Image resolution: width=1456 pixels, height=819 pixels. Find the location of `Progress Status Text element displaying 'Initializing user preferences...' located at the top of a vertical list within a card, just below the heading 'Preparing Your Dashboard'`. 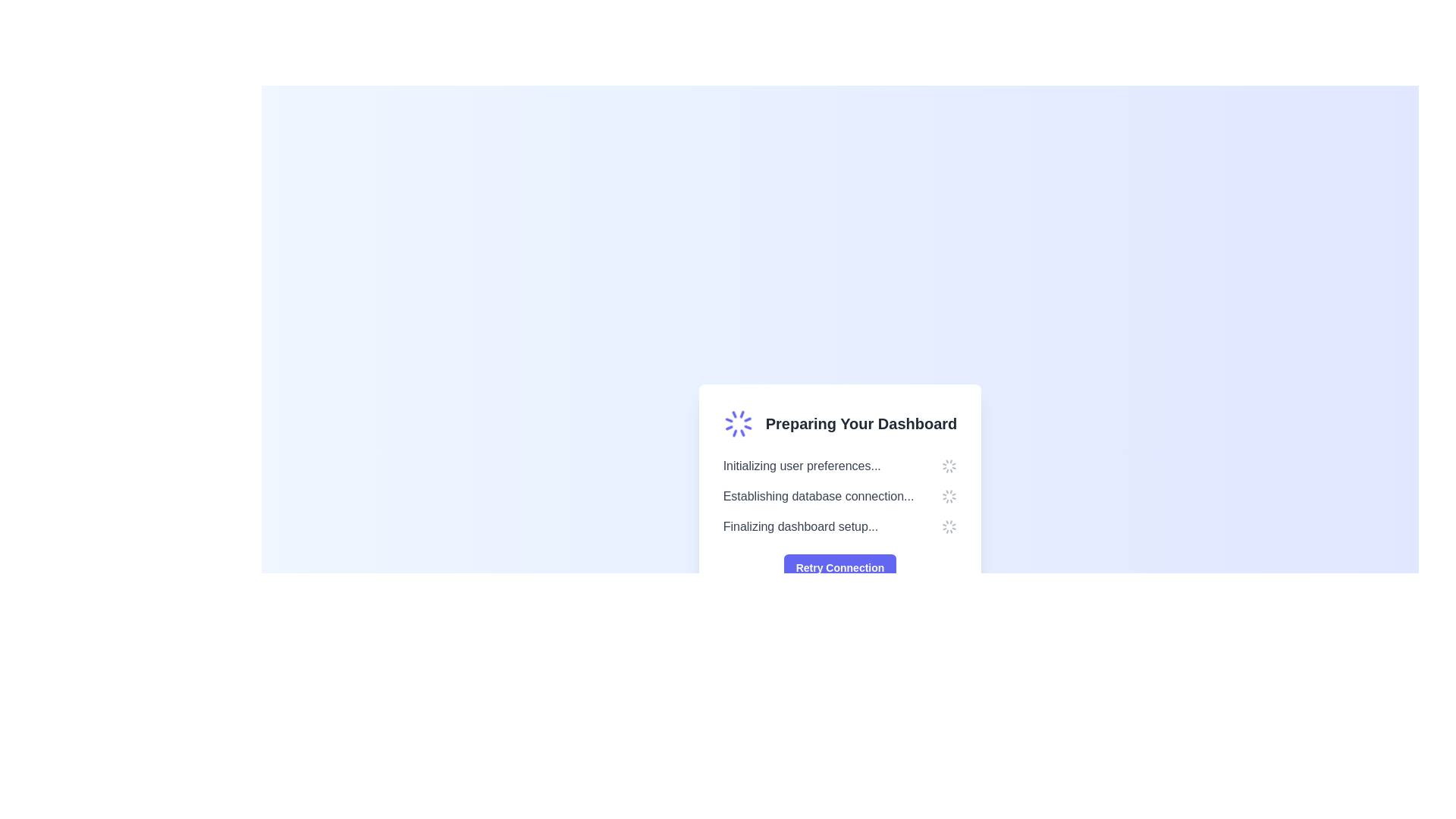

Progress Status Text element displaying 'Initializing user preferences...' located at the top of a vertical list within a card, just below the heading 'Preparing Your Dashboard' is located at coordinates (839, 465).